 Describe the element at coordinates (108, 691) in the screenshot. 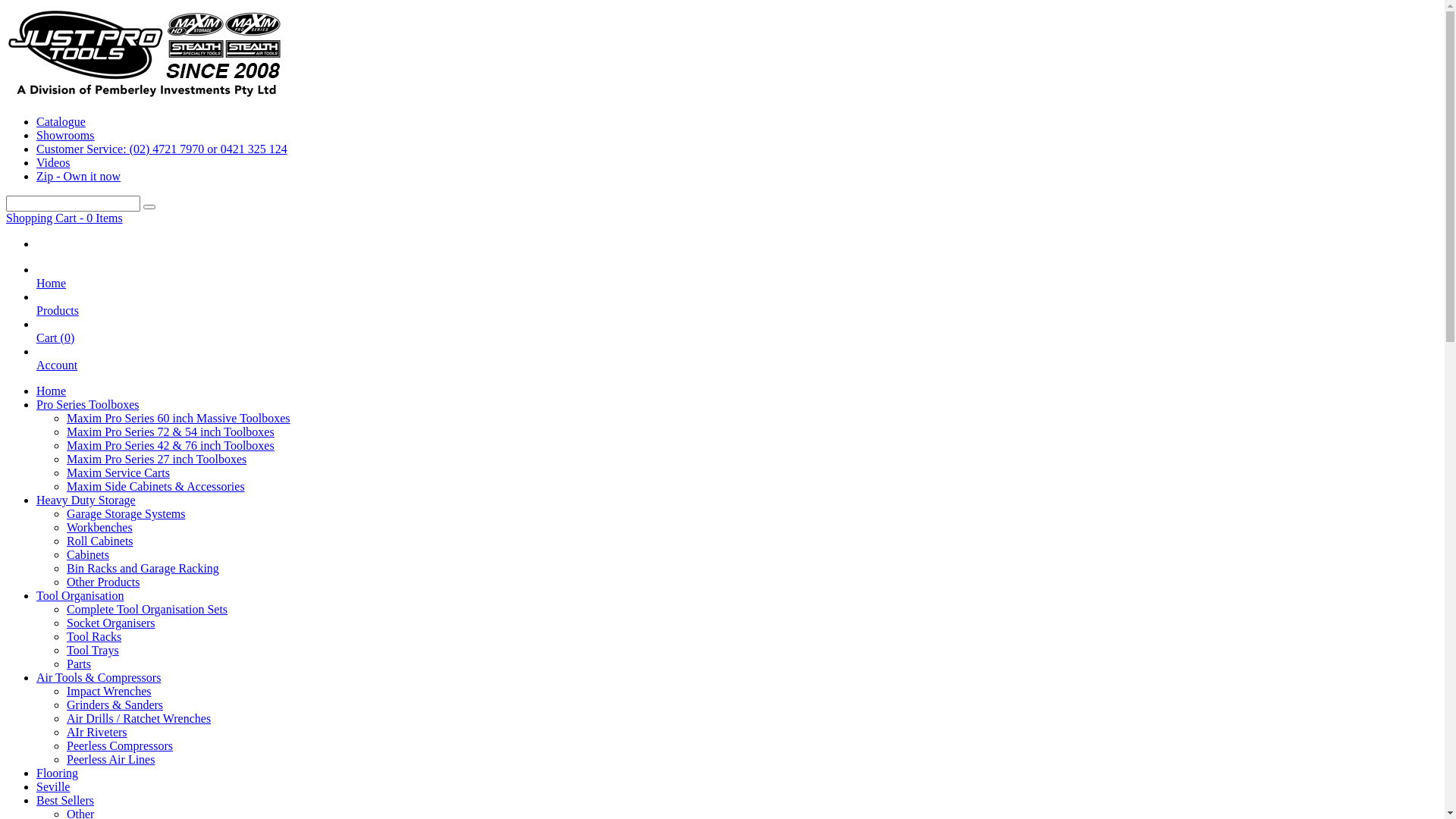

I see `'Impact Wrenches'` at that location.